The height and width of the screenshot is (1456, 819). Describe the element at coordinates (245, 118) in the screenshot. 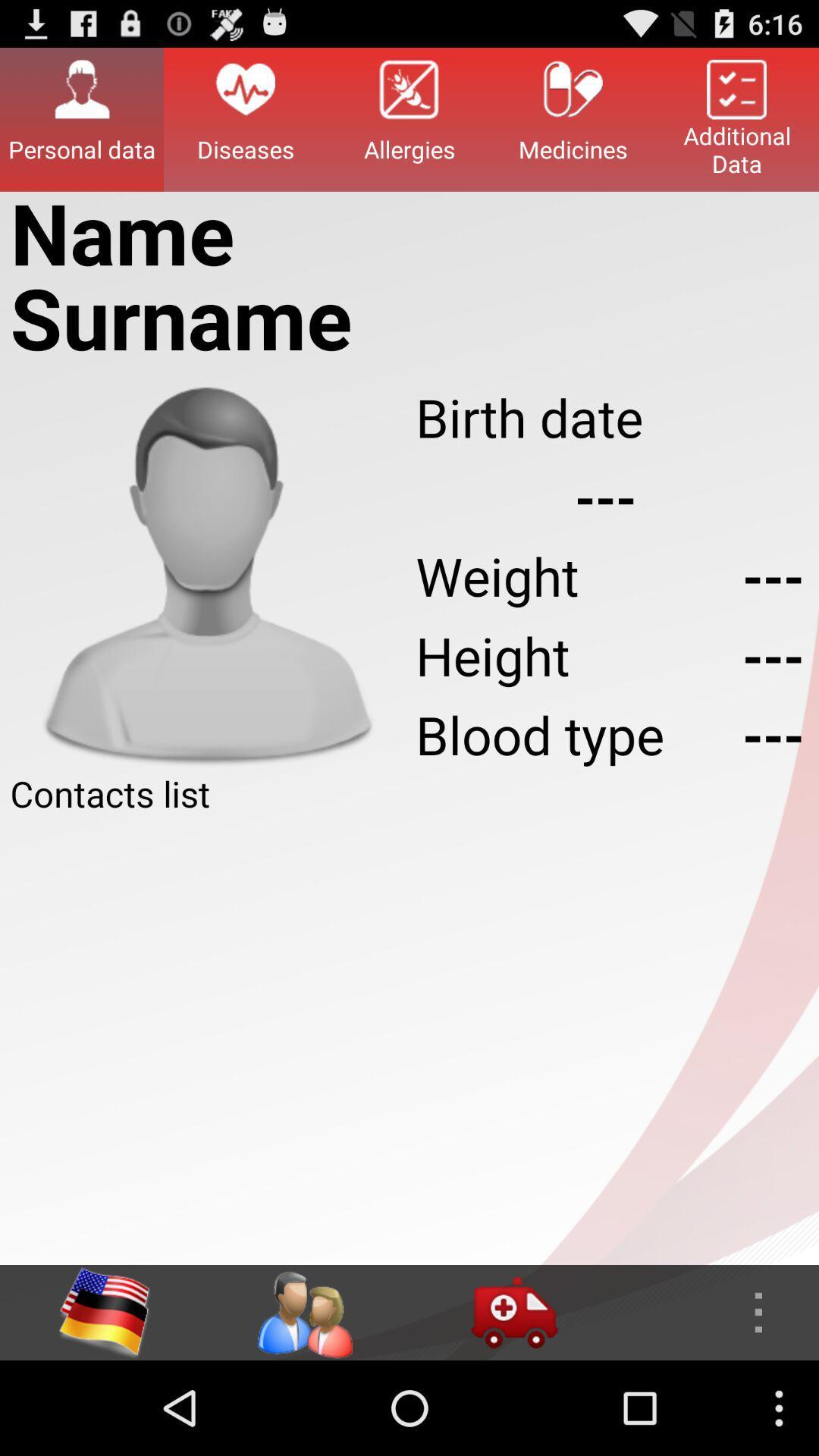

I see `item to the left of allergies button` at that location.